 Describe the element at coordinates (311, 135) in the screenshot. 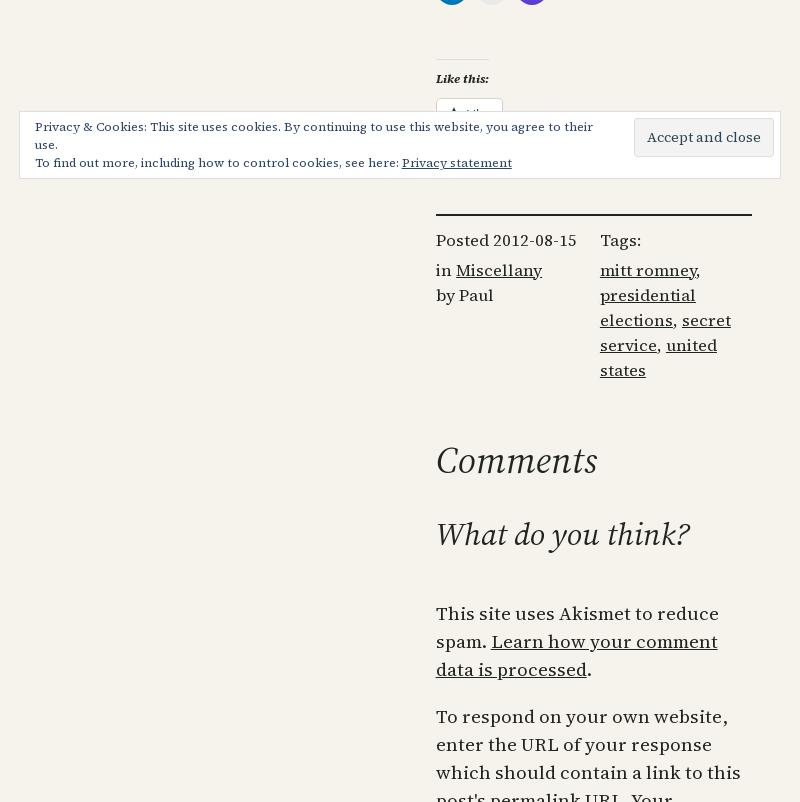

I see `'Privacy & Cookies: This site uses cookies. By continuing to use this website, you agree to their use.'` at that location.